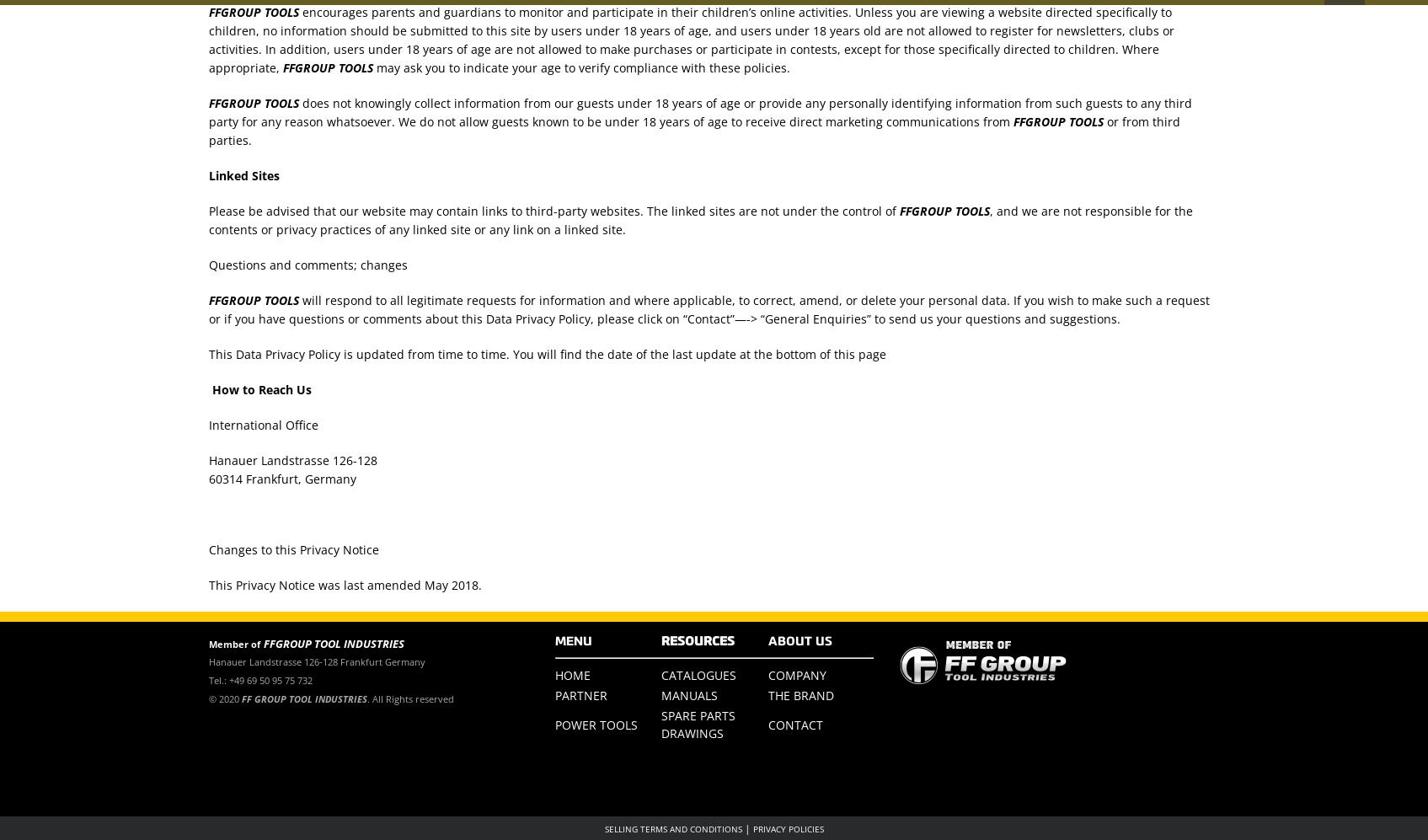 This screenshot has height=840, width=1428. I want to click on 'or from third parties.', so click(693, 130).